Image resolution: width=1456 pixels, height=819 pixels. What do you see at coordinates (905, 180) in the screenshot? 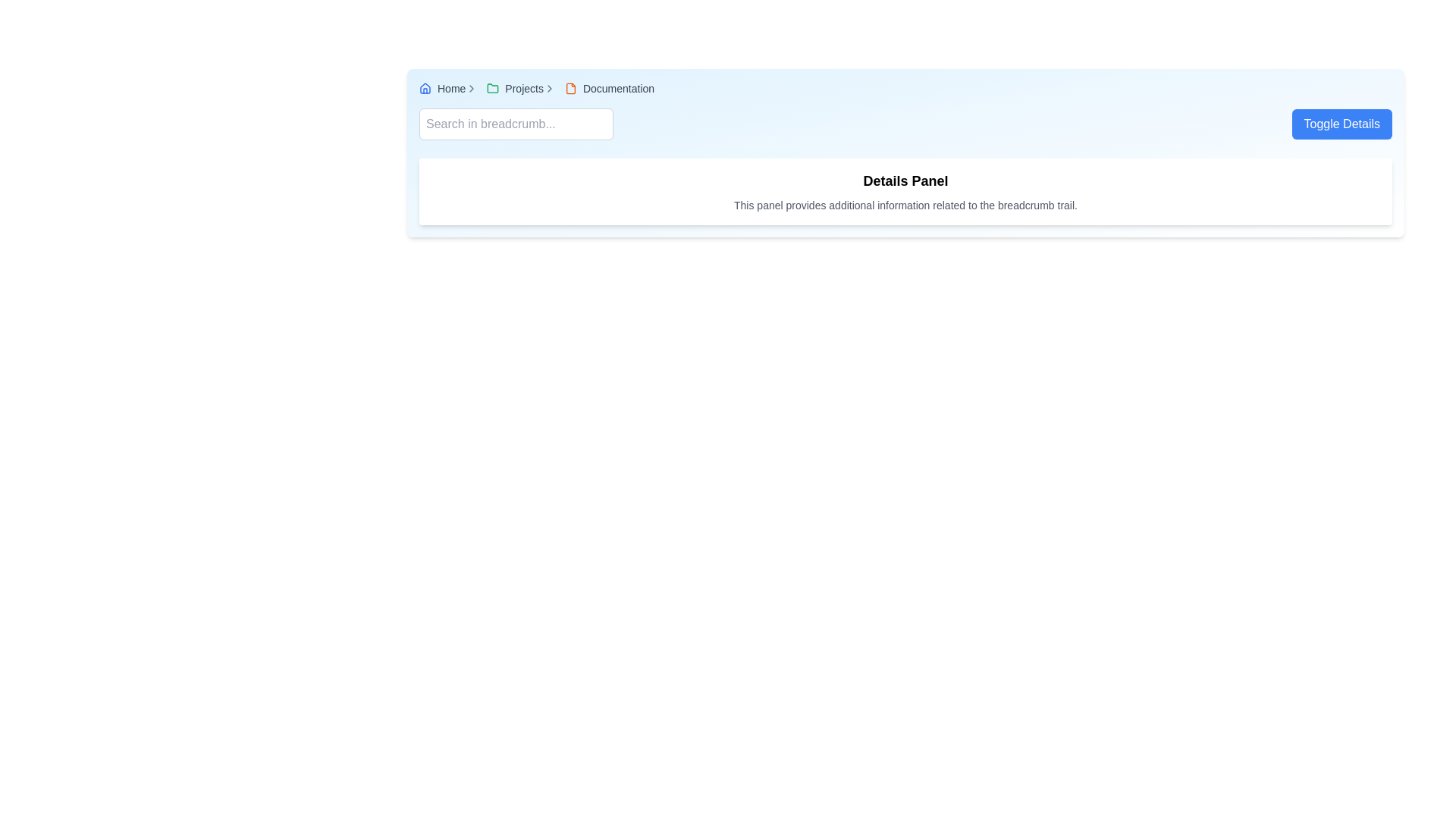
I see `the Text heading that serves as a title for the panel, positioned at the top-center of the interface` at bounding box center [905, 180].